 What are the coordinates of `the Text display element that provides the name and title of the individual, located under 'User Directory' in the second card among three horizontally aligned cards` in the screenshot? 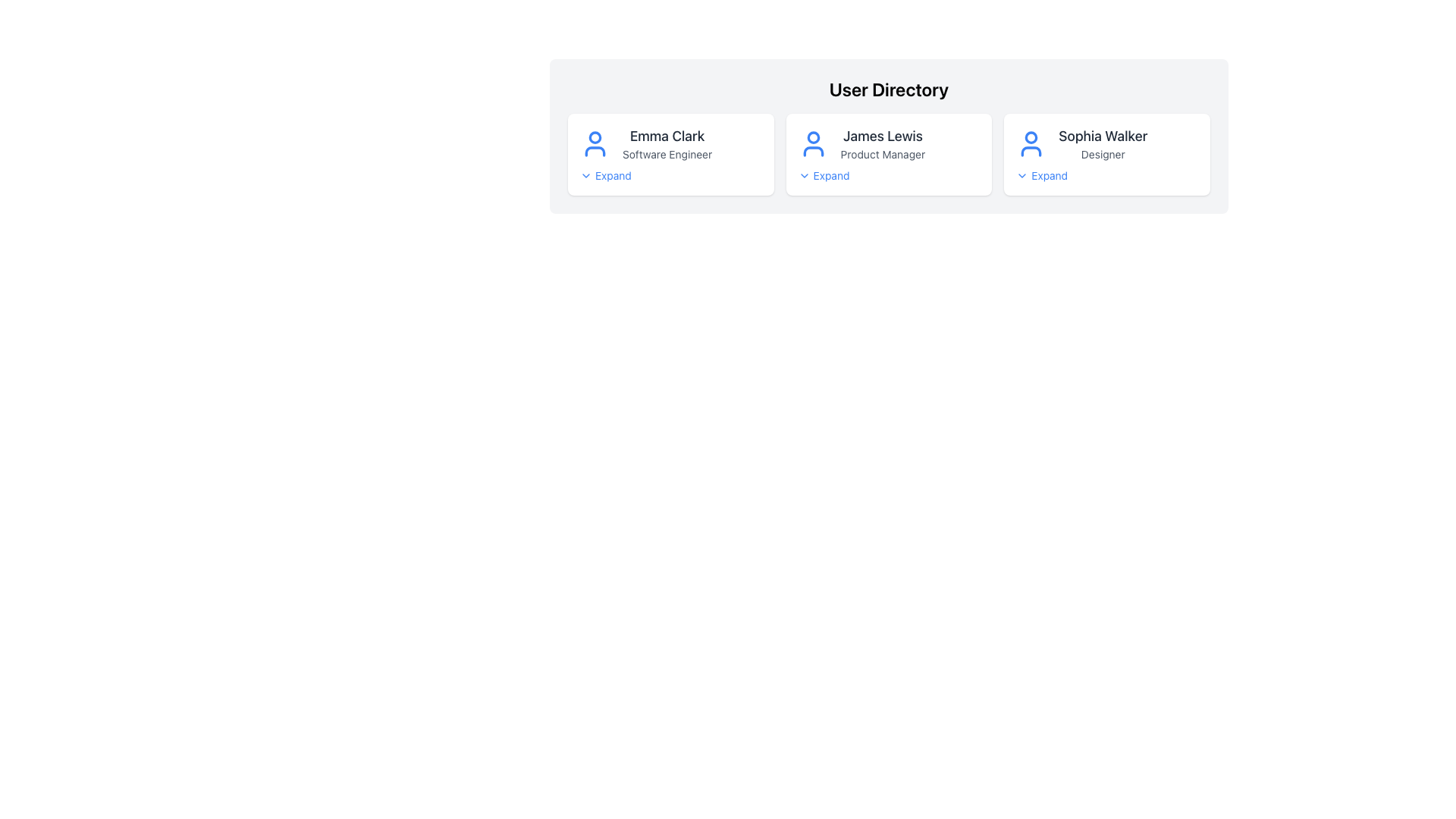 It's located at (883, 143).